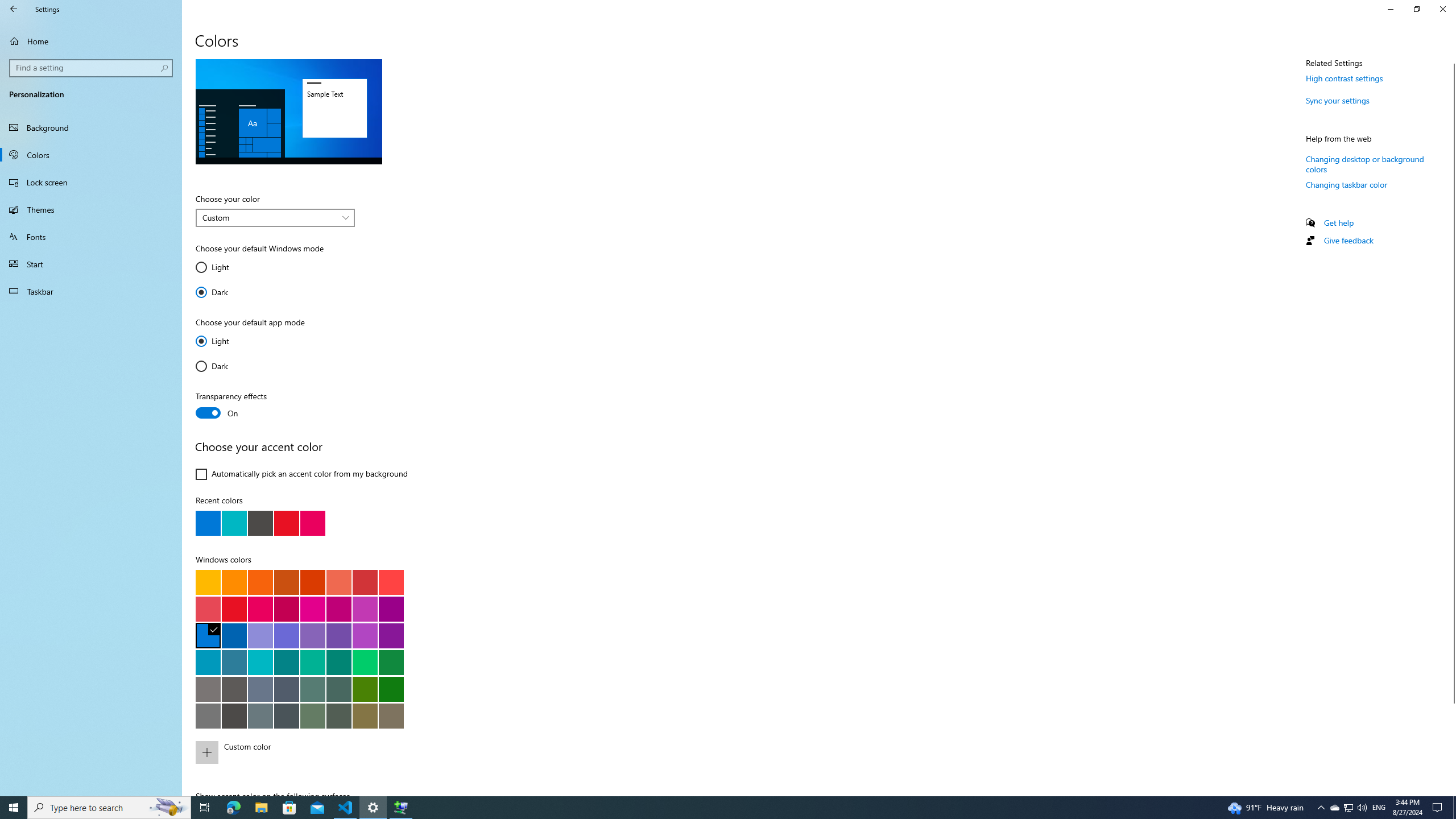 This screenshot has height=819, width=1456. Describe the element at coordinates (237, 406) in the screenshot. I see `'Transparency effects'` at that location.